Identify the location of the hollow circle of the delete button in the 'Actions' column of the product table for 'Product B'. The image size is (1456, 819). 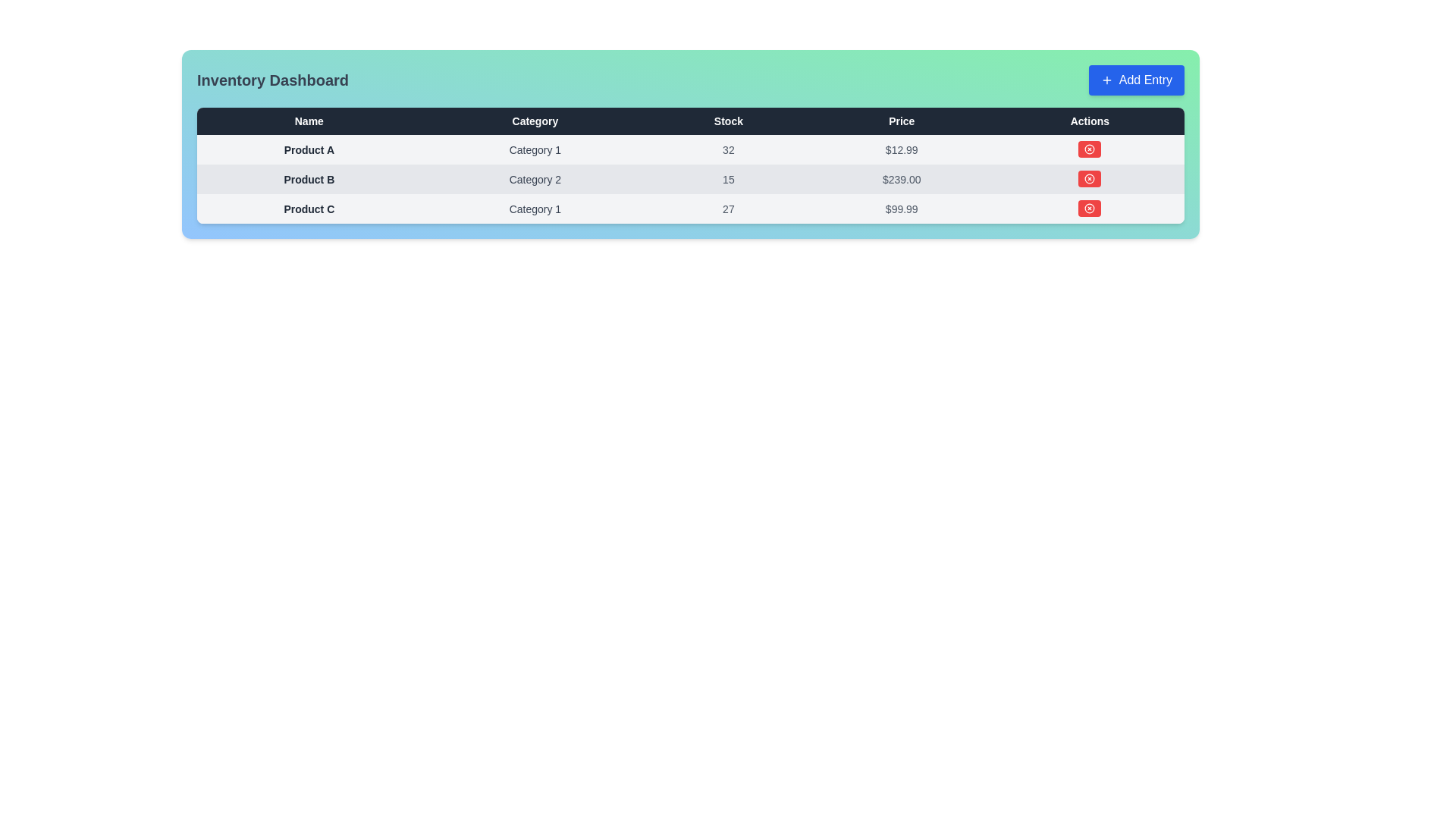
(1089, 177).